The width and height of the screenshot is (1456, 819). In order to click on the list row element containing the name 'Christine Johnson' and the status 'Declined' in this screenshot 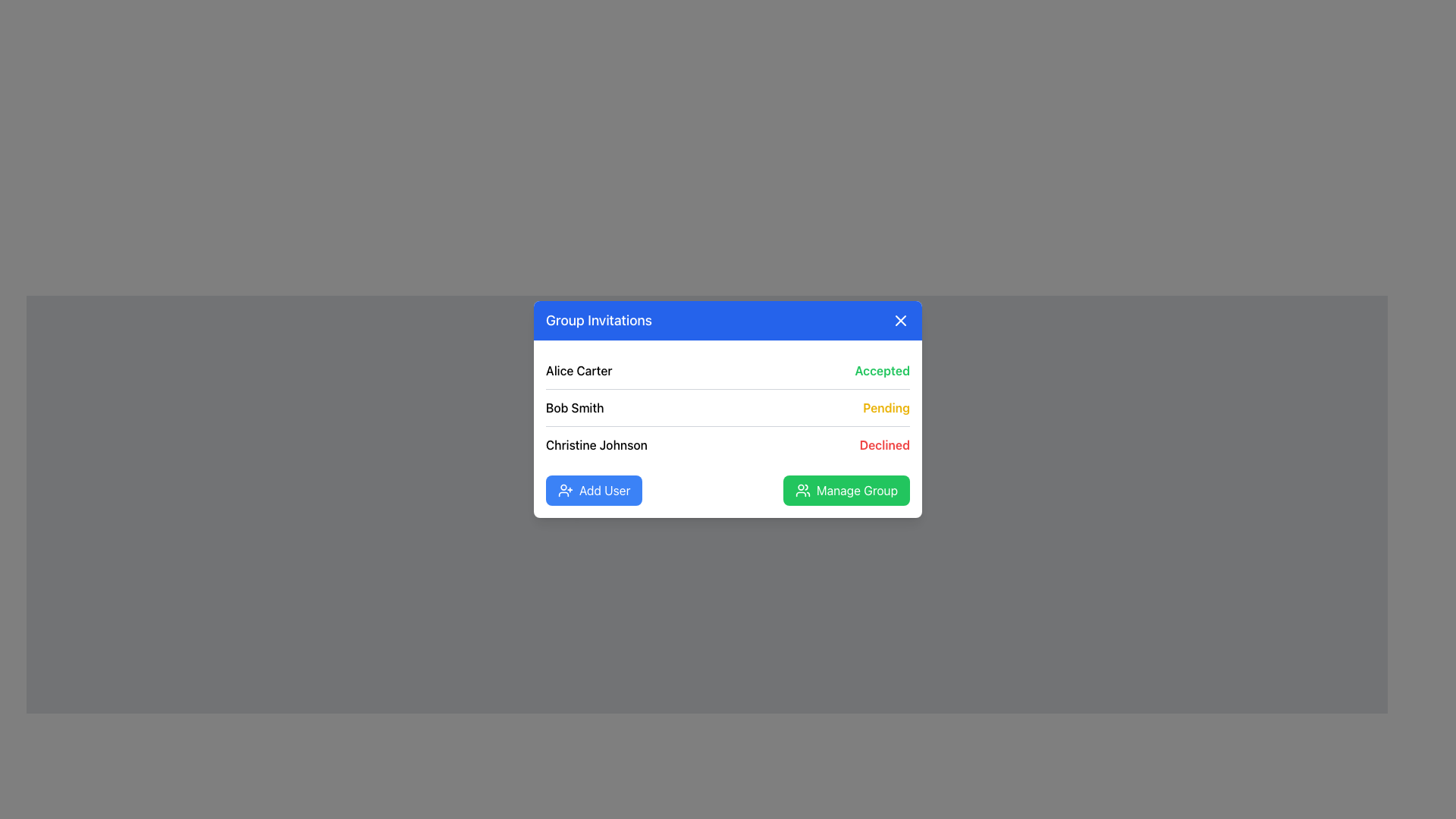, I will do `click(728, 444)`.